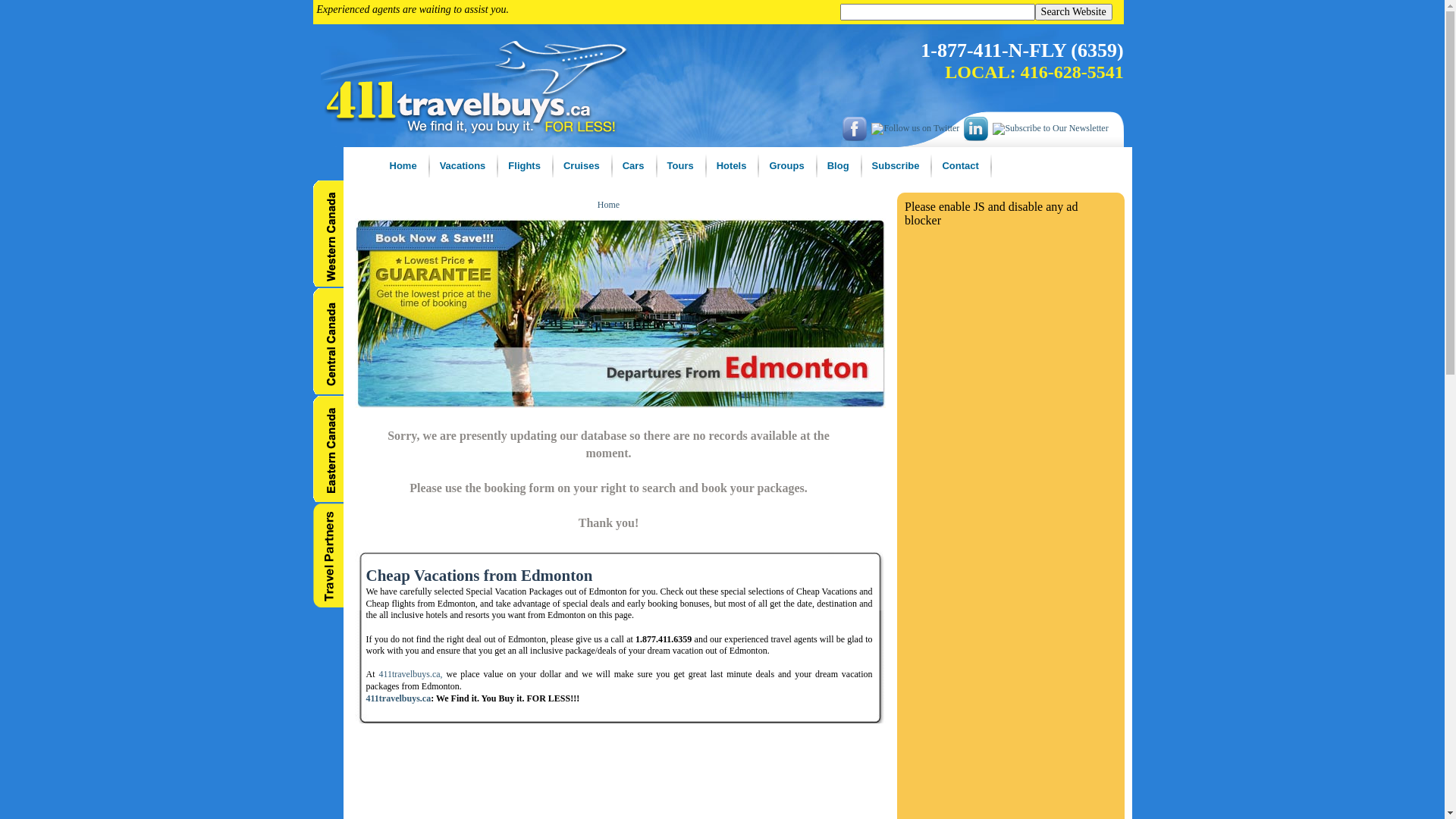 The image size is (1456, 819). Describe the element at coordinates (463, 166) in the screenshot. I see `'Vacations'` at that location.